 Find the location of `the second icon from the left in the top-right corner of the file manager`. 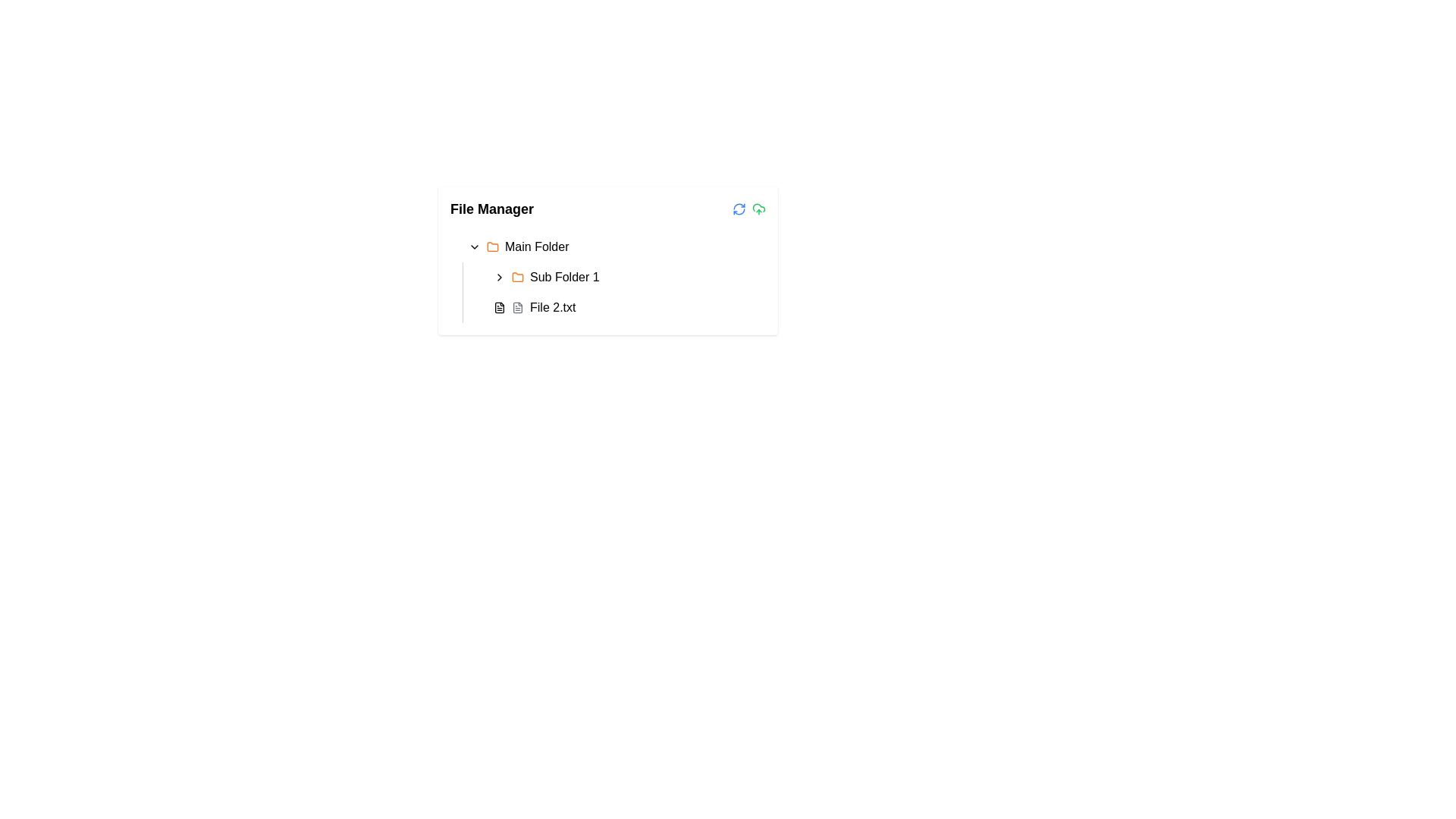

the second icon from the left in the top-right corner of the file manager is located at coordinates (759, 209).